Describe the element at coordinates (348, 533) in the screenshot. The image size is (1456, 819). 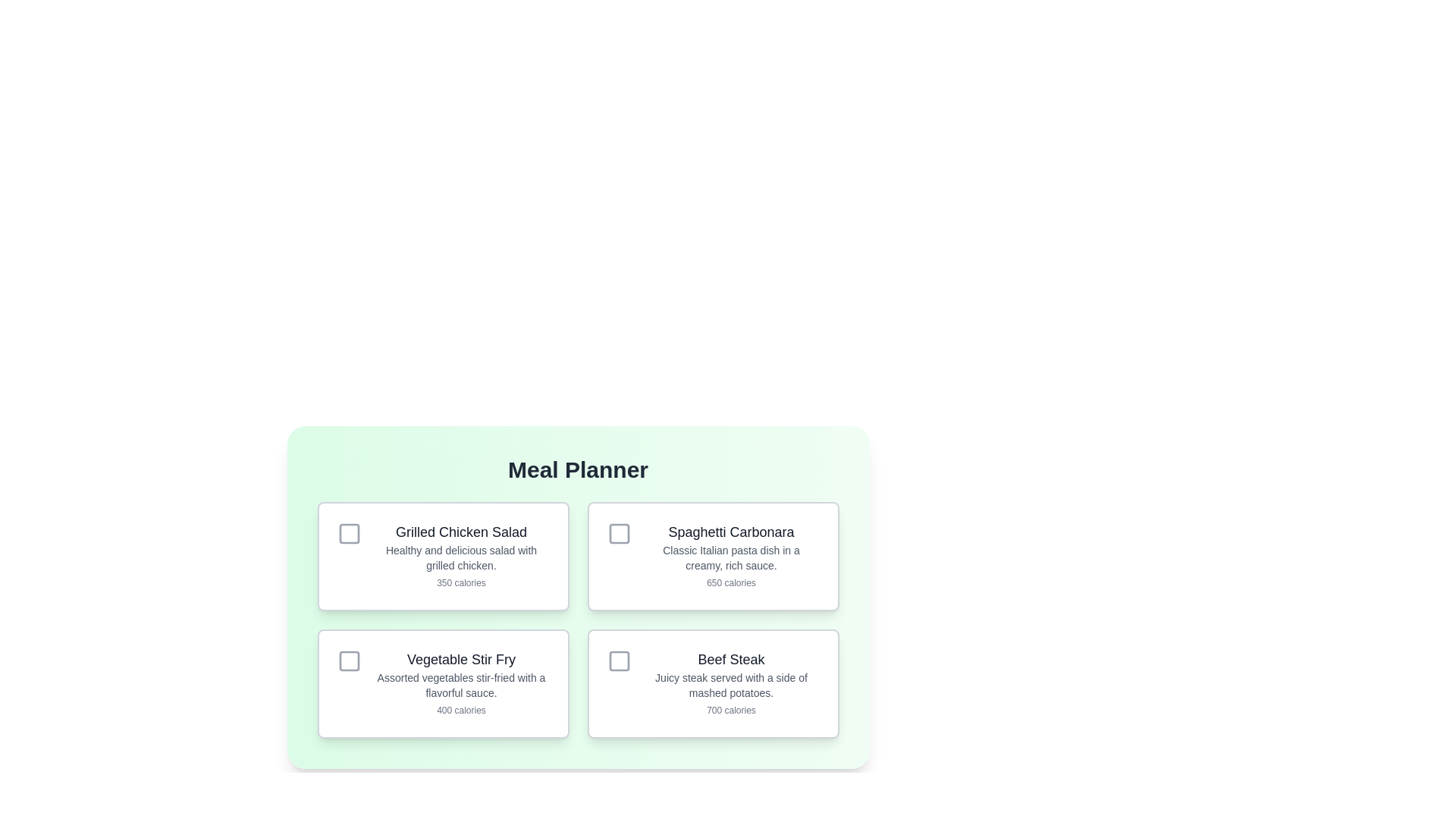
I see `the checkbox located in the top-left corner of the card for 'Grilled Chicken Salad'` at that location.